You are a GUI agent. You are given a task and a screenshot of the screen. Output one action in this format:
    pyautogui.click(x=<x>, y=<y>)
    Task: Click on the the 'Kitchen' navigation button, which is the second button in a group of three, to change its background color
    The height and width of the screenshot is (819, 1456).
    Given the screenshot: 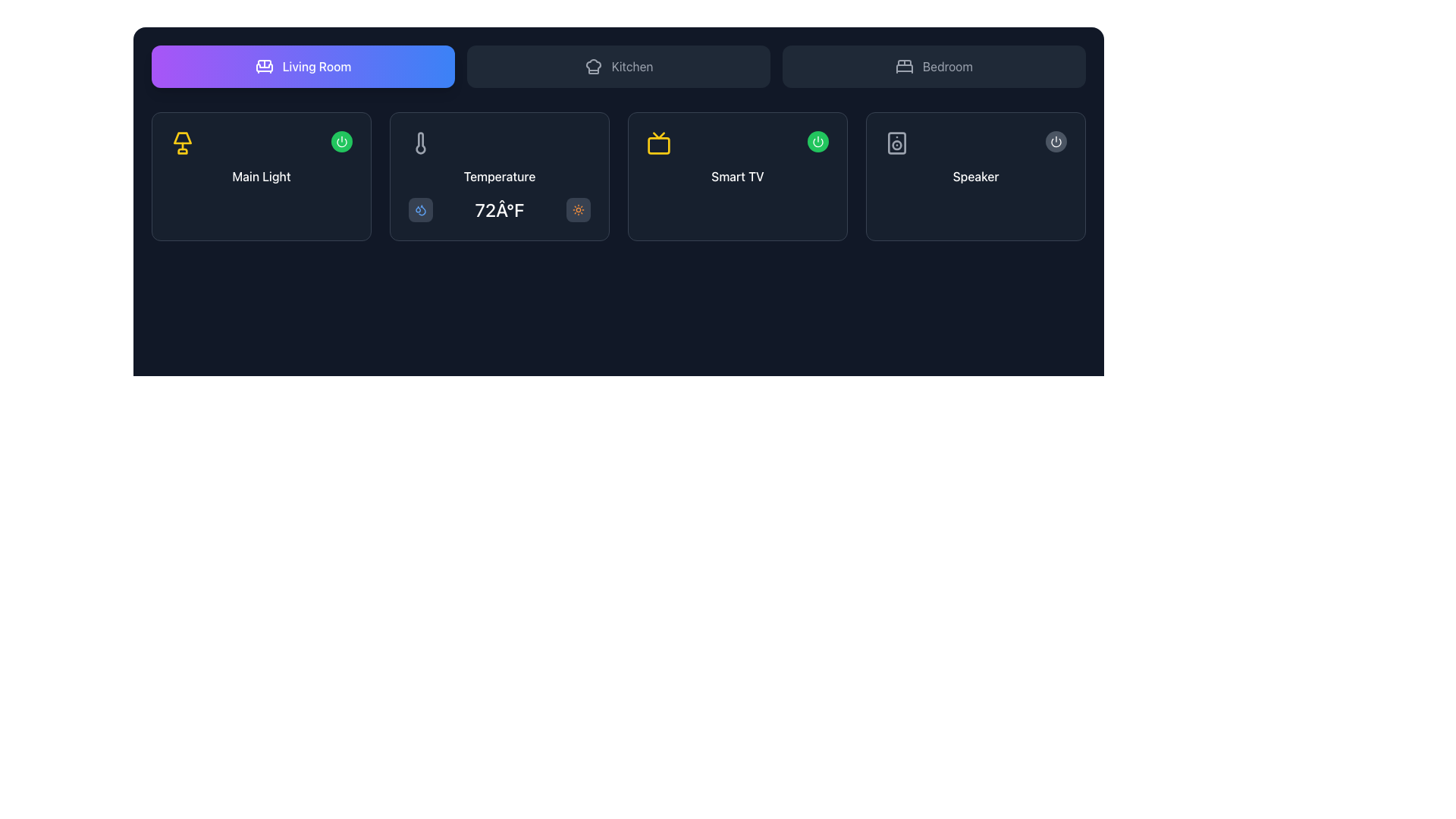 What is the action you would take?
    pyautogui.click(x=619, y=66)
    